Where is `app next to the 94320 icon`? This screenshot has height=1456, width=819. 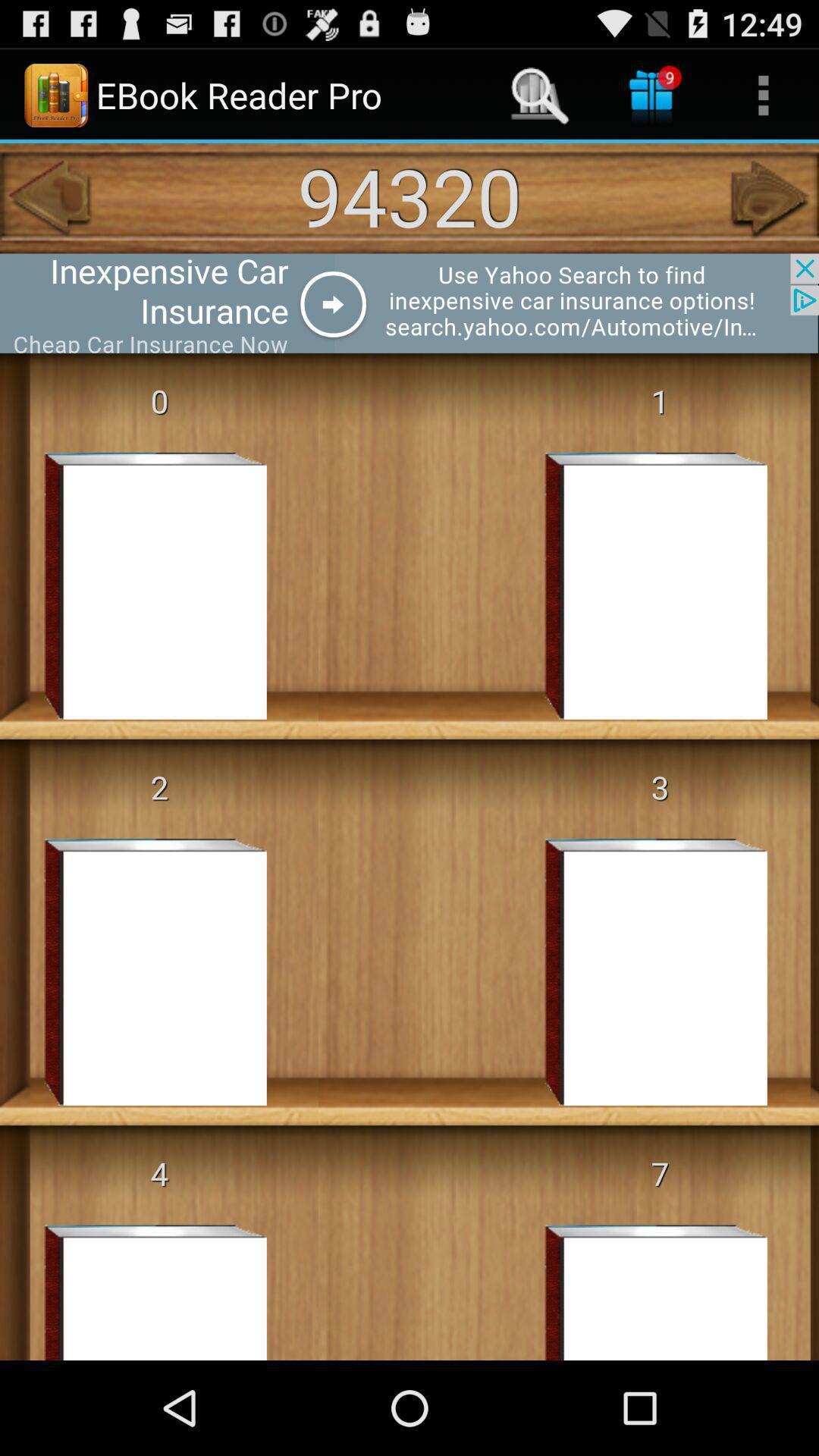 app next to the 94320 icon is located at coordinates (46, 197).